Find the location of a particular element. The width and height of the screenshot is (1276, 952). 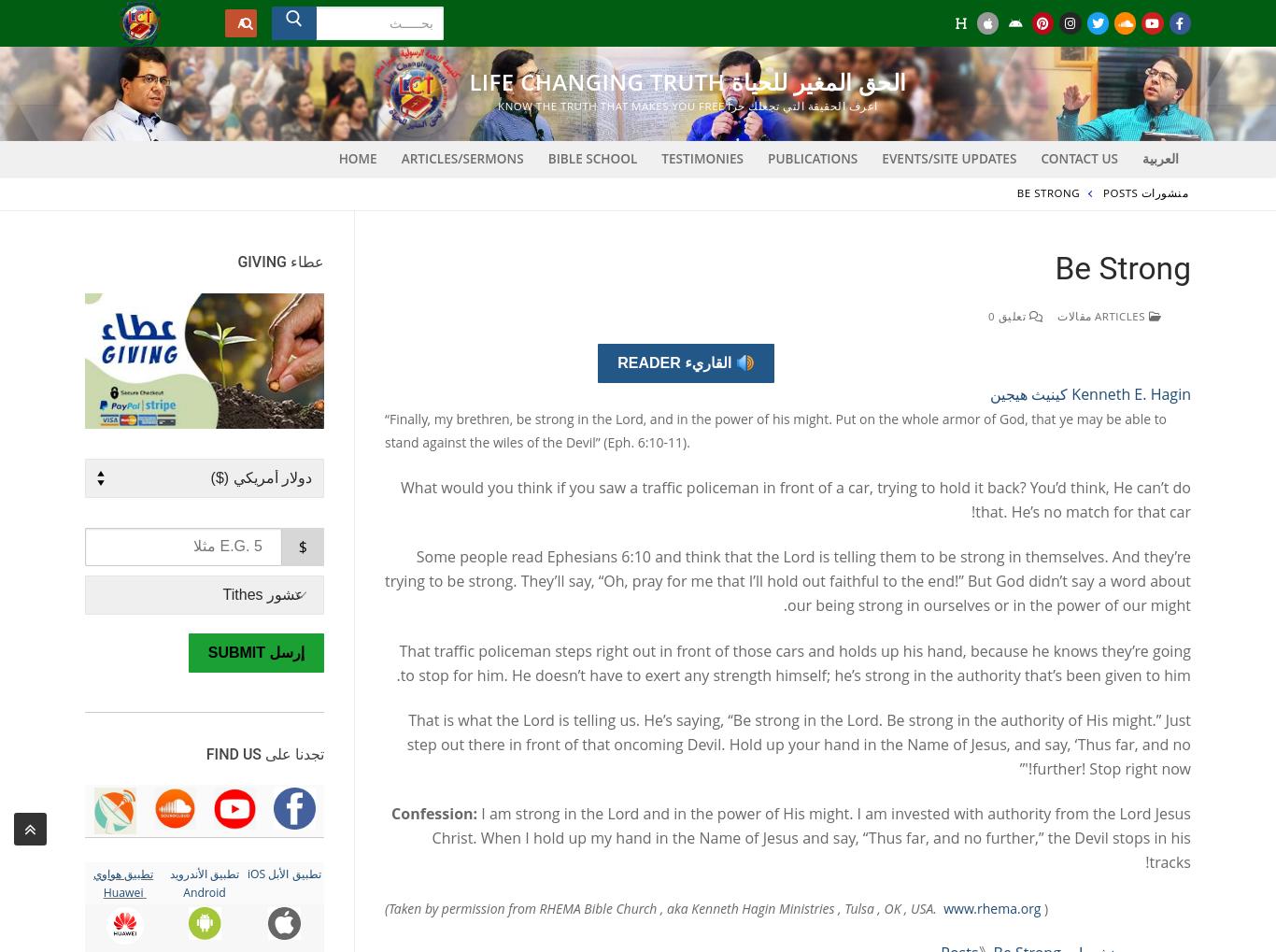

'اعرف الحقيقة التي تجعلك حراً Know the Truth that Makes you free' is located at coordinates (688, 105).